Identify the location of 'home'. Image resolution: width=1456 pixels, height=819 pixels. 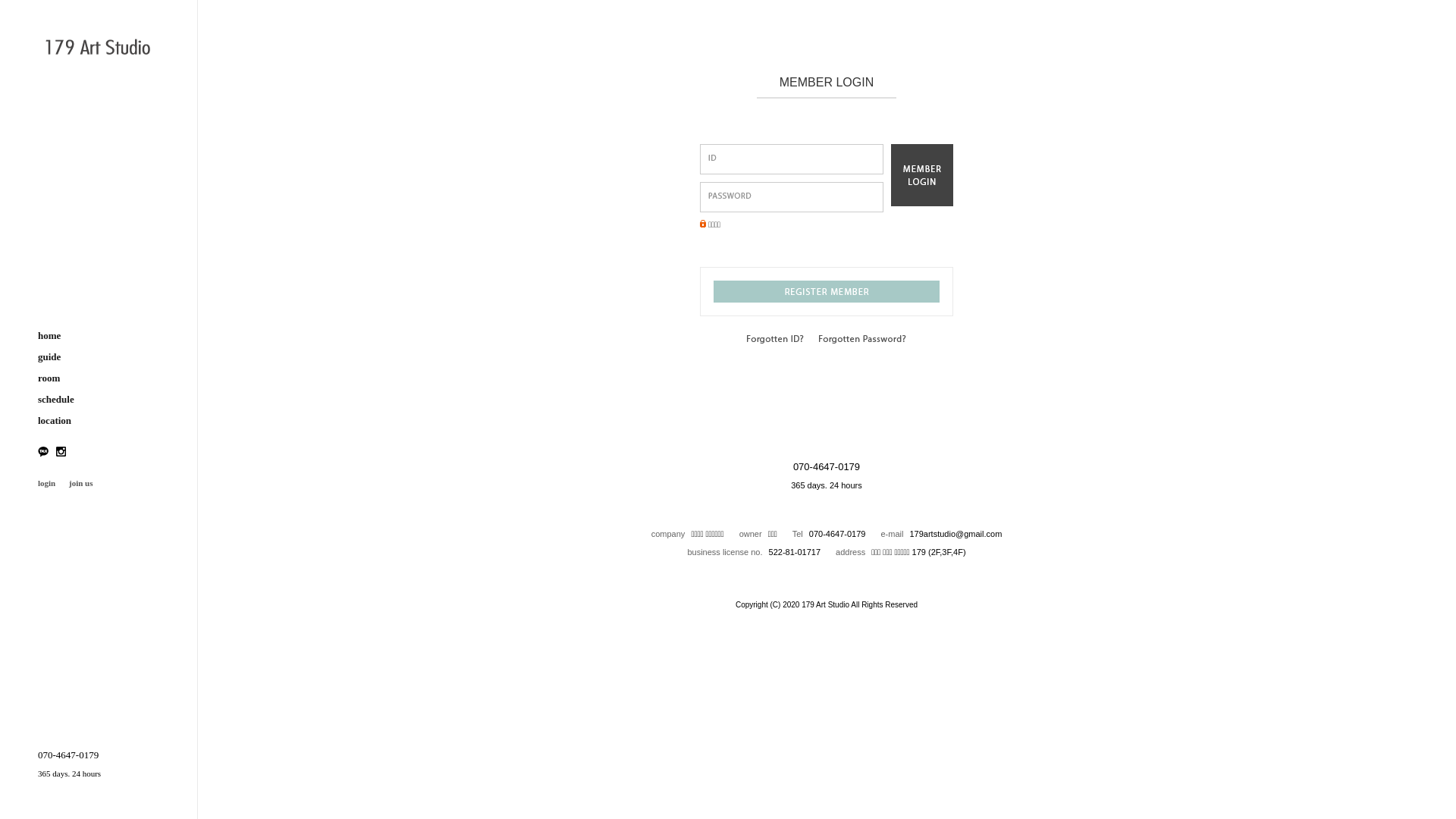
(37, 335).